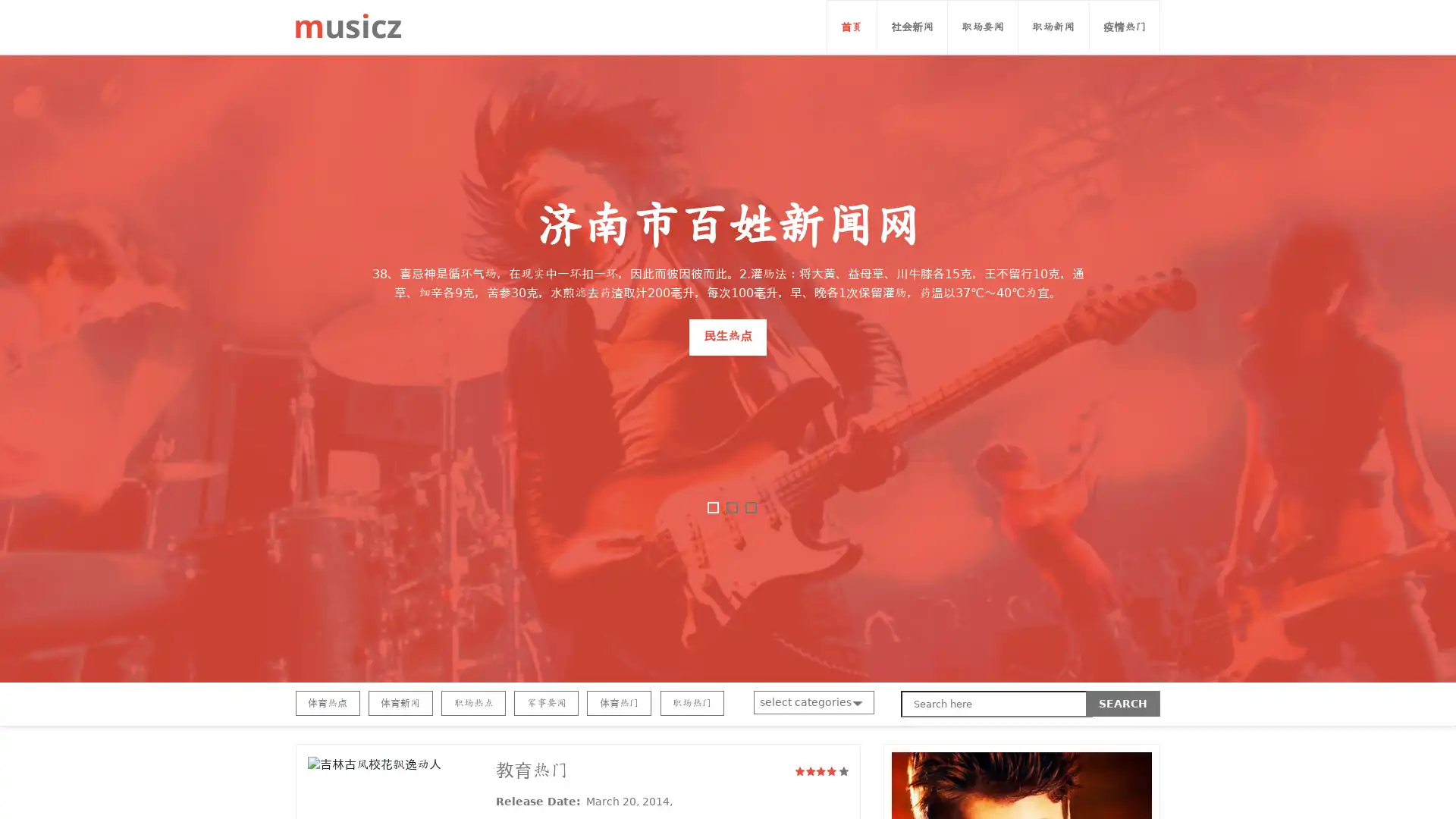  Describe the element at coordinates (1123, 704) in the screenshot. I see `search` at that location.